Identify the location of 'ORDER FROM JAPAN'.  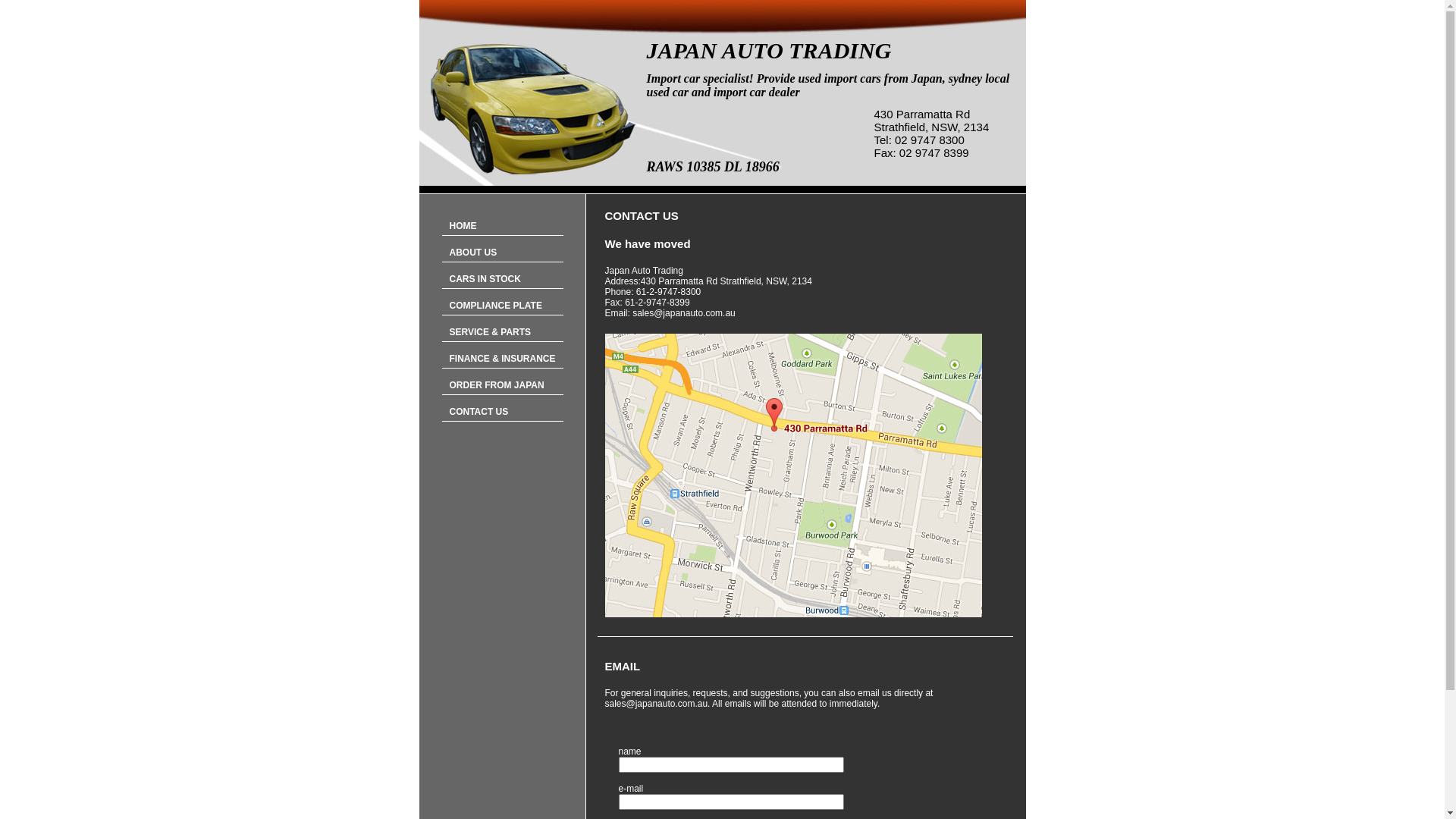
(502, 384).